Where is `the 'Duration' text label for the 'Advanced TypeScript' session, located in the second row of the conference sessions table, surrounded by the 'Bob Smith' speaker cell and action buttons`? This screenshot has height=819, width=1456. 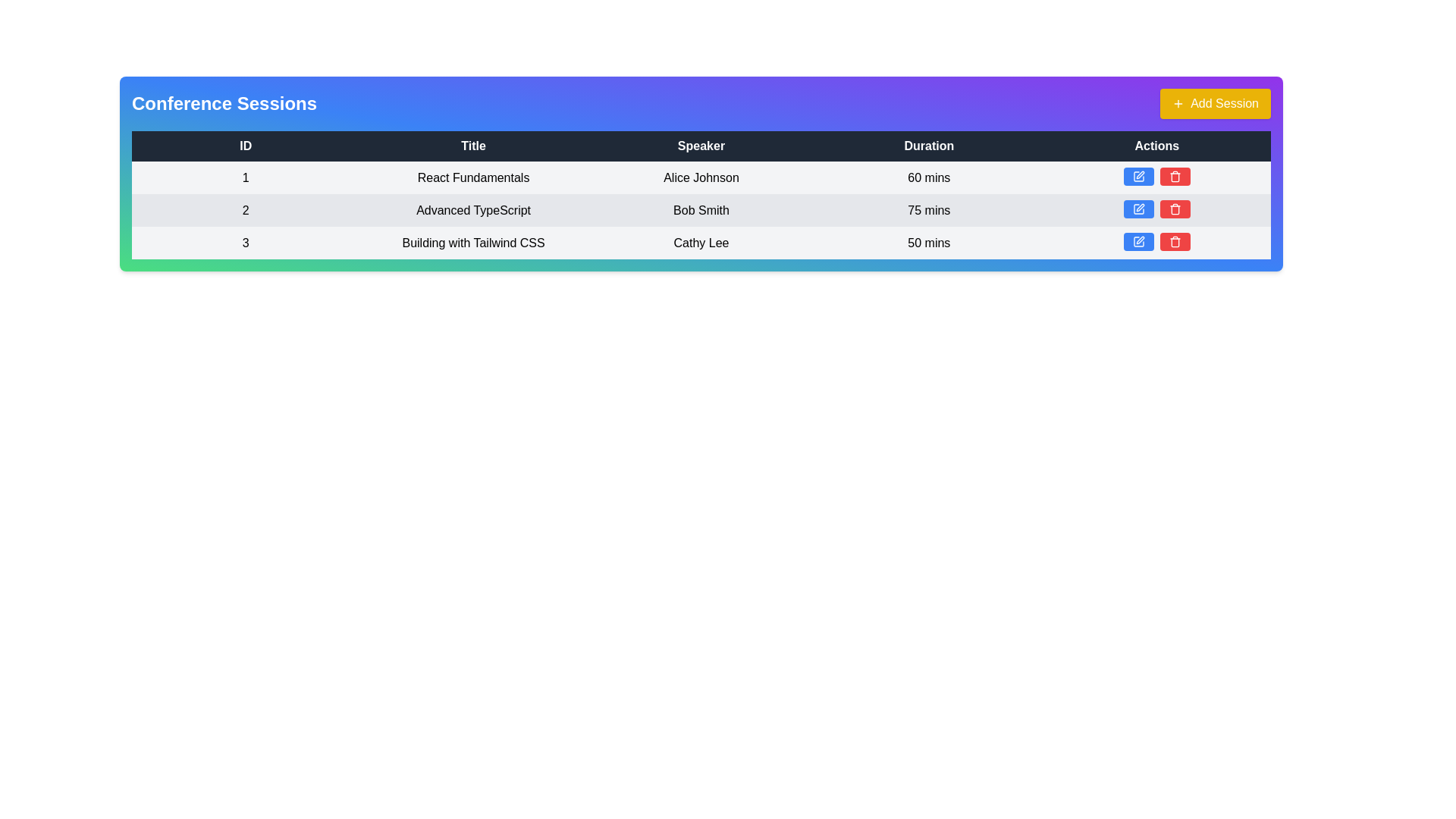 the 'Duration' text label for the 'Advanced TypeScript' session, located in the second row of the conference sessions table, surrounded by the 'Bob Smith' speaker cell and action buttons is located at coordinates (928, 210).